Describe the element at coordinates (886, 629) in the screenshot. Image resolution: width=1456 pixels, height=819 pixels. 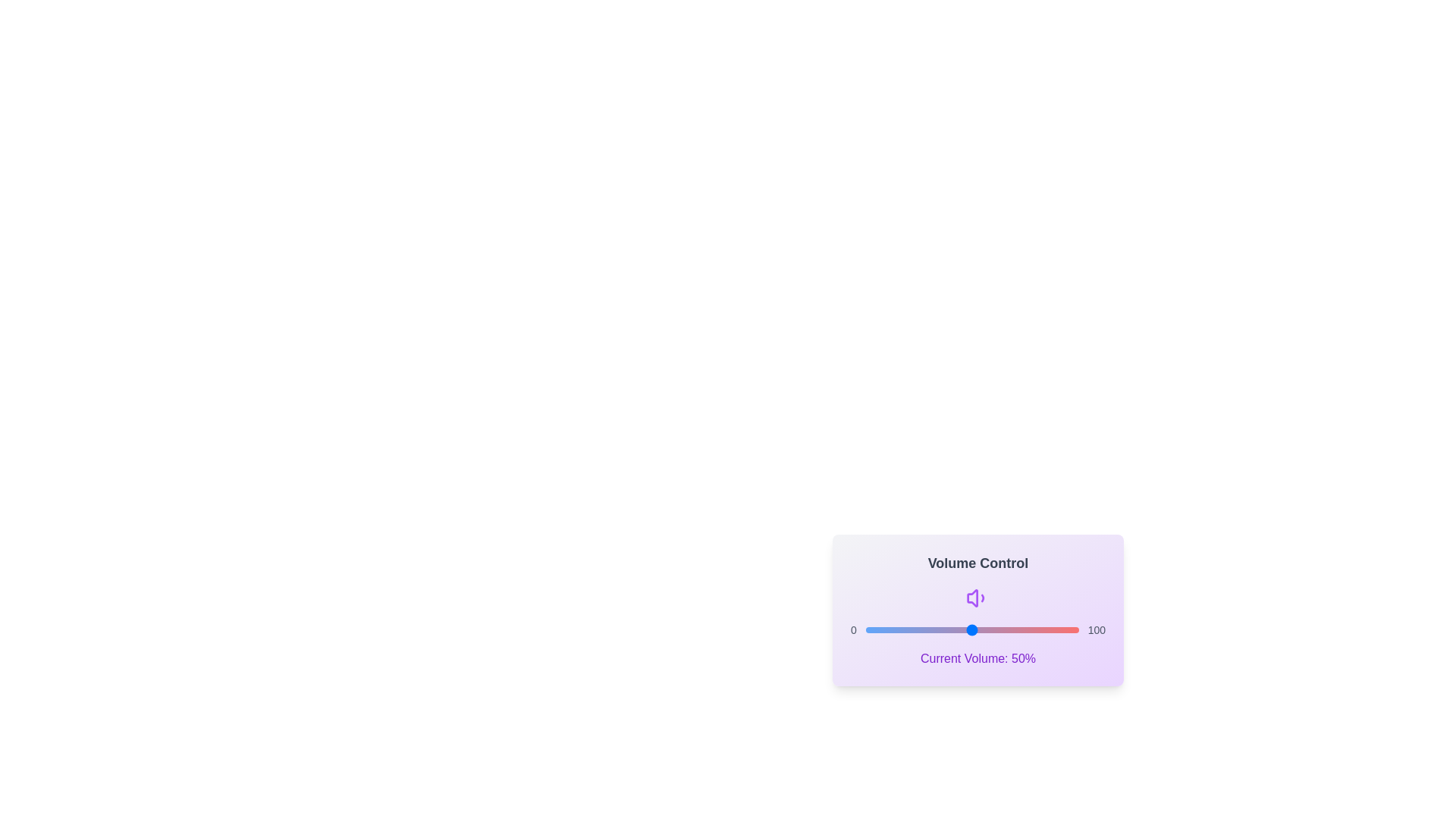
I see `the volume slider to set the volume to 10%` at that location.